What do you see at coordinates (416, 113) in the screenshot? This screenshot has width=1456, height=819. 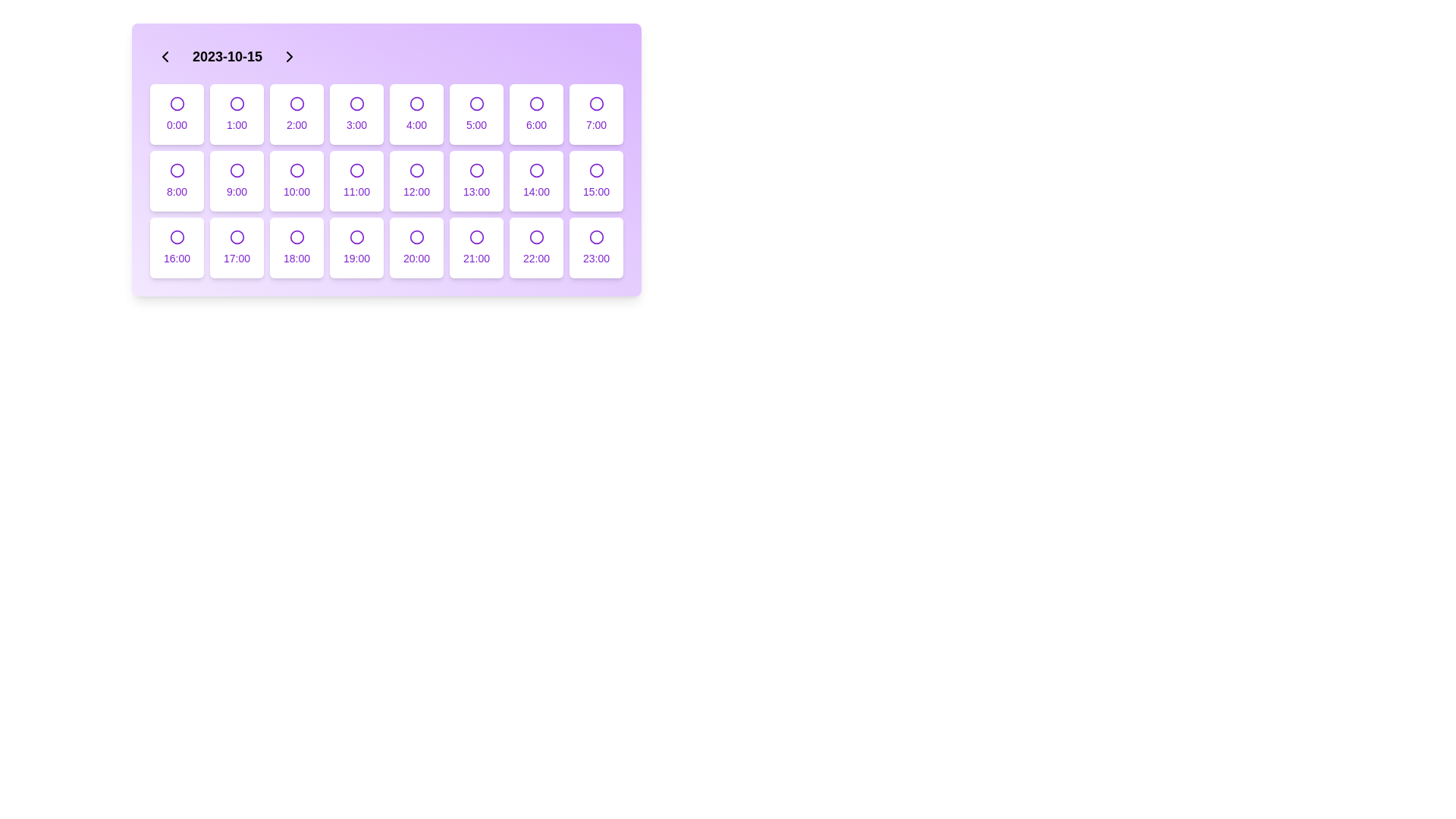 I see `the small rectangular button with rounded corners and purple text displaying '4:00', located in the first row and fifth column of a calendar-like interface` at bounding box center [416, 113].